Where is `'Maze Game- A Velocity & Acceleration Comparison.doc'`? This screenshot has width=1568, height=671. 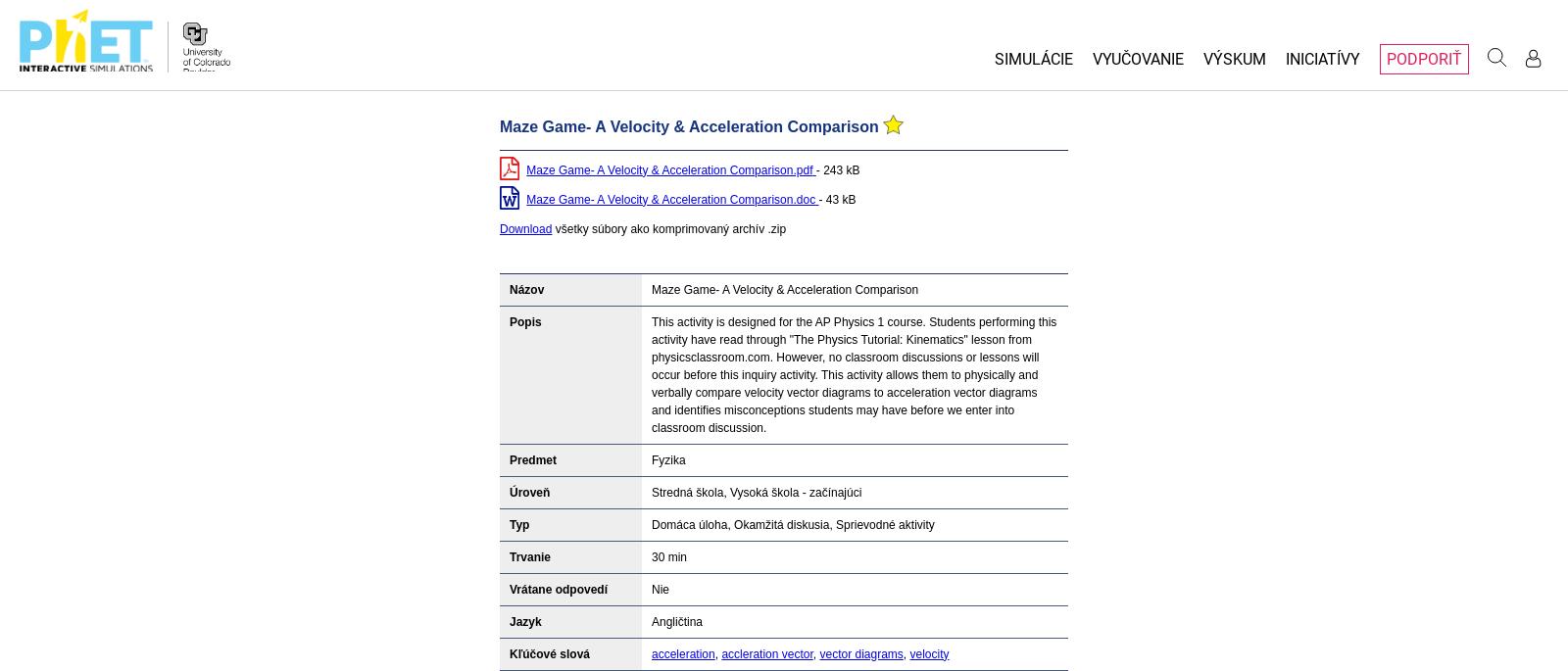 'Maze Game- A Velocity & Acceleration Comparison.doc' is located at coordinates (524, 199).